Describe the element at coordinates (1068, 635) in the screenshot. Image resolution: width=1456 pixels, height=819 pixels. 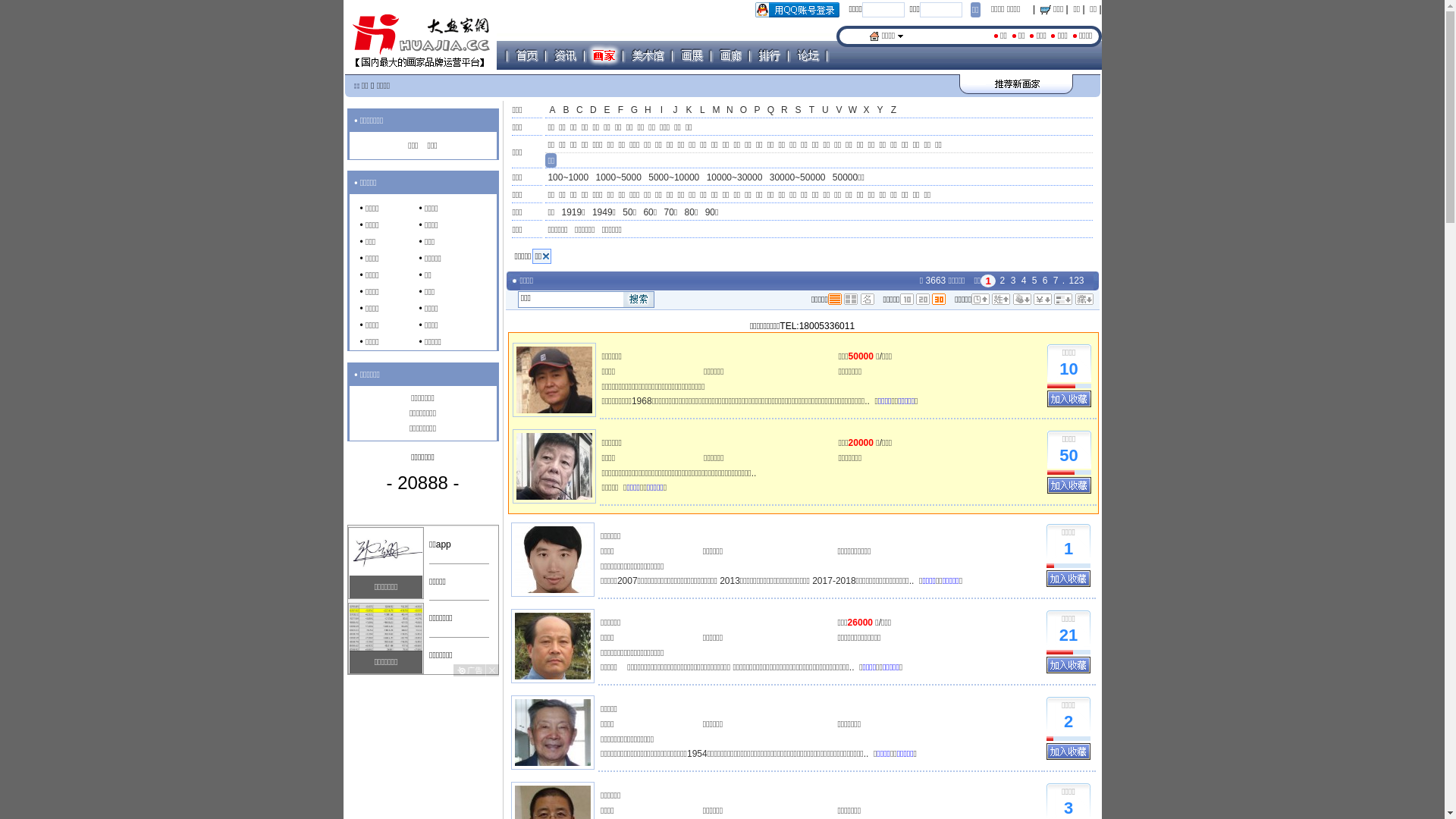
I see `'21'` at that location.